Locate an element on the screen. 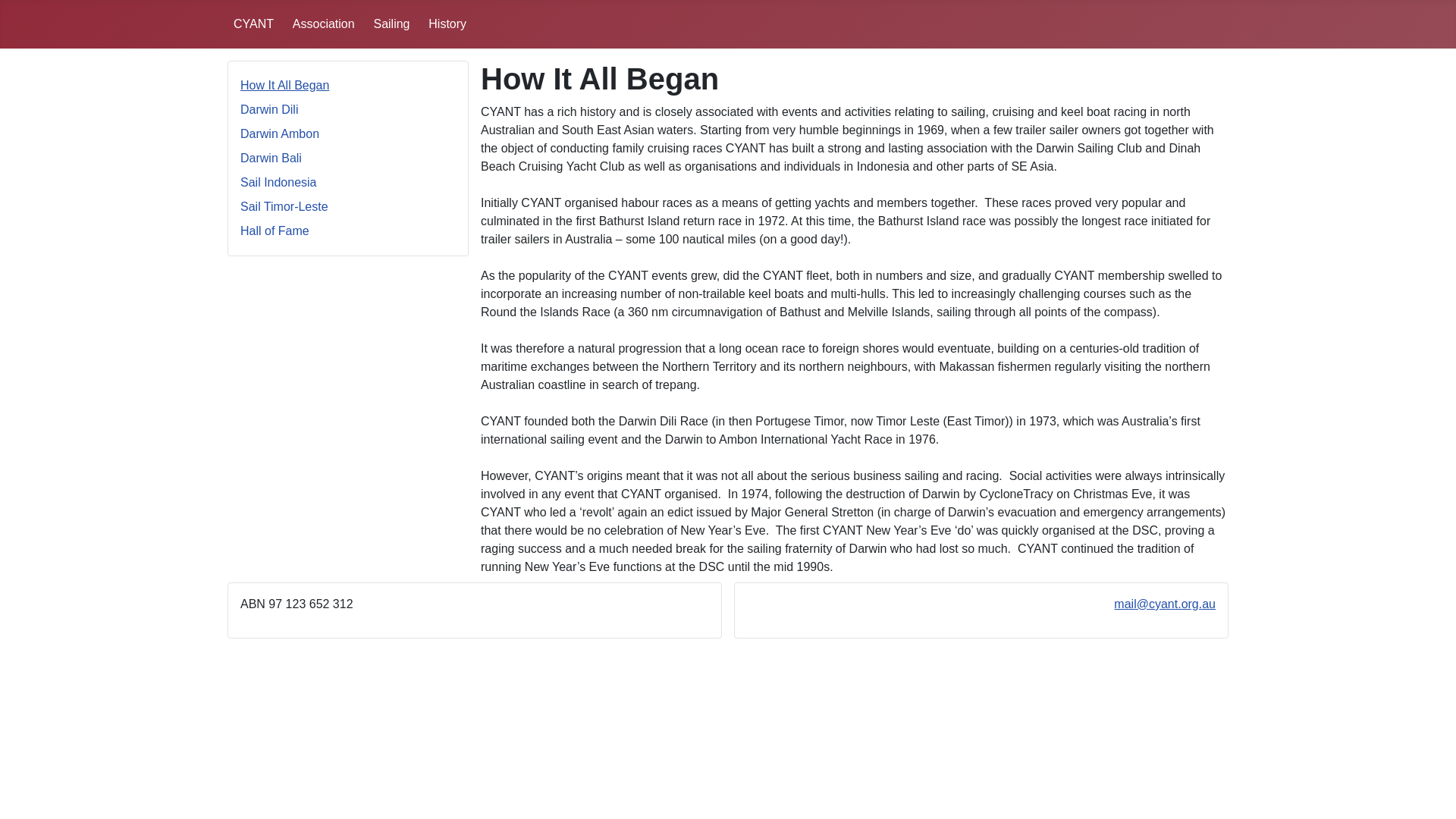 This screenshot has height=819, width=1456. 'How It All Began' is located at coordinates (284, 85).